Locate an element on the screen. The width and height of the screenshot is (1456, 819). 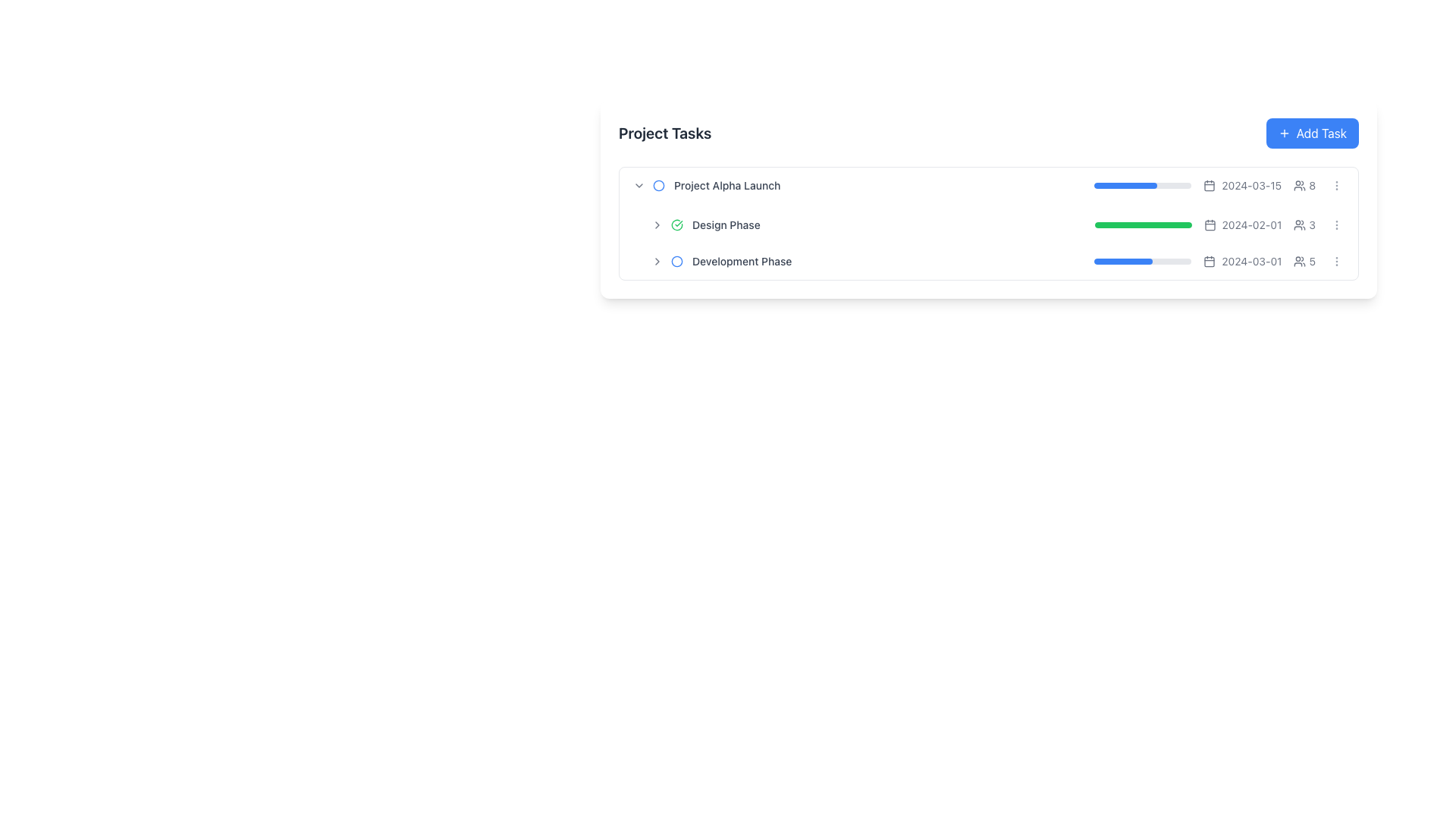
the blue outlined circle icon located next to the 'Development Phase' text, which is the third icon in the list of project phases under 'Project Tasks.' is located at coordinates (658, 185).